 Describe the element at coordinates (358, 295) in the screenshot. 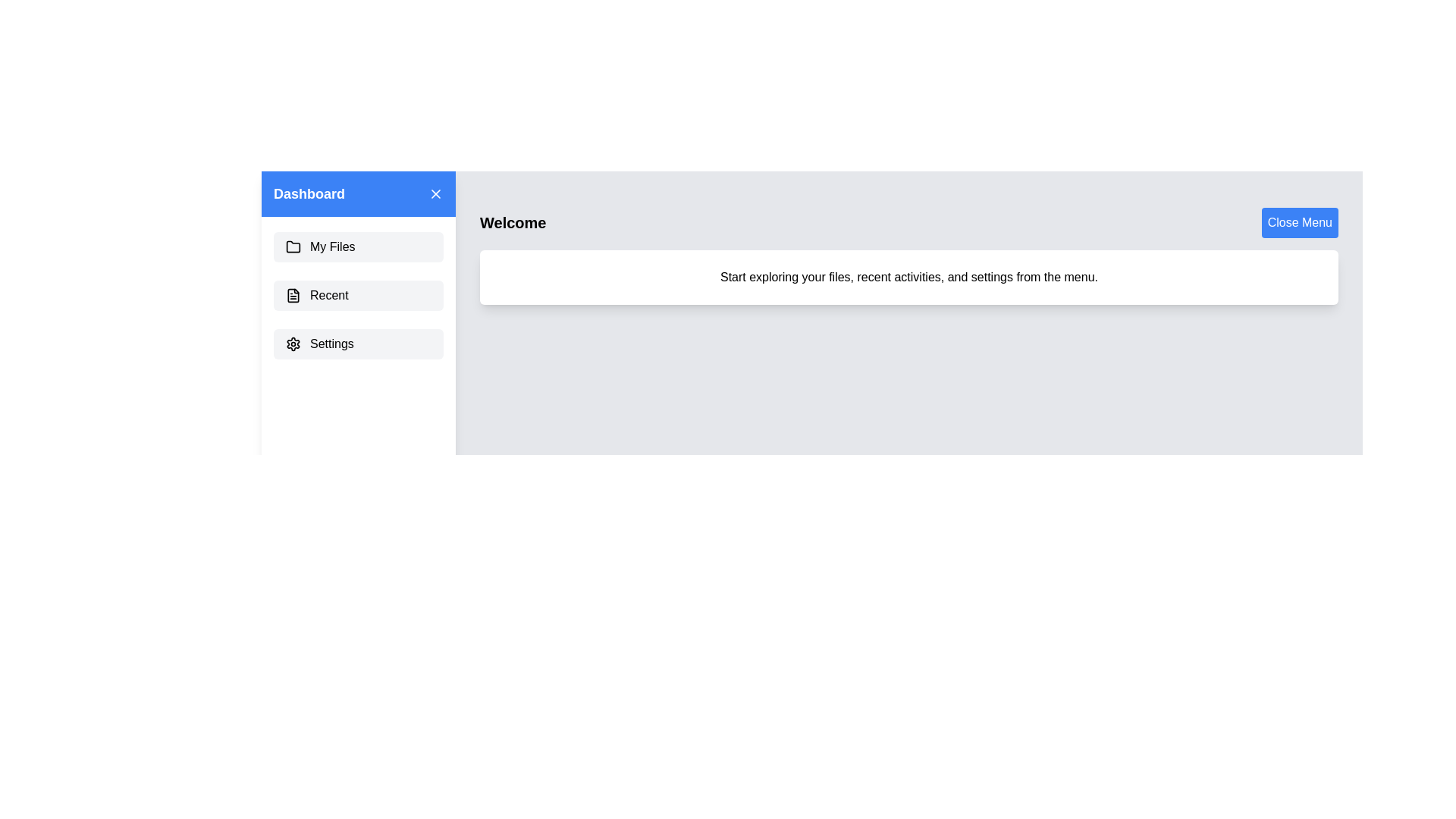

I see `the menu item Recent to observe the hover effect` at that location.